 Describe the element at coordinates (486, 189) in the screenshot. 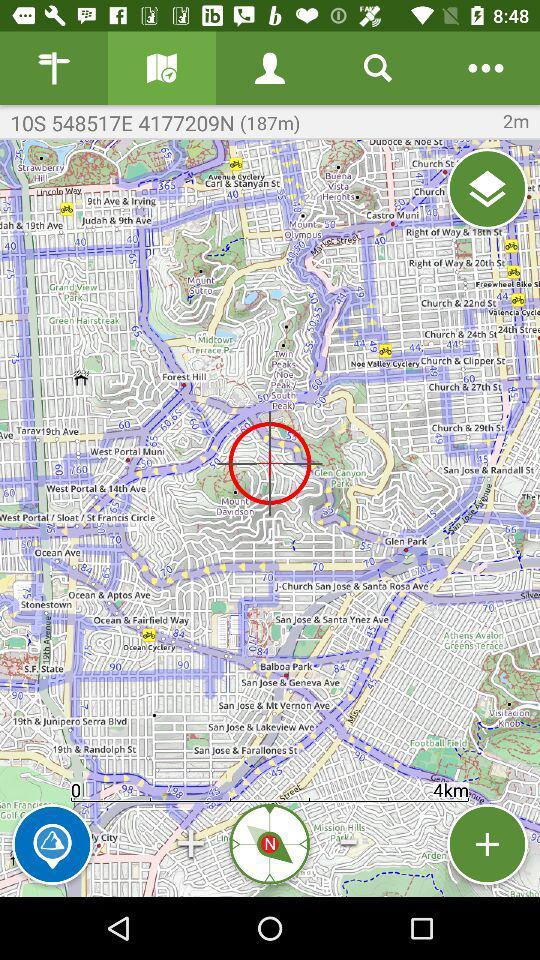

I see `layer menu` at that location.